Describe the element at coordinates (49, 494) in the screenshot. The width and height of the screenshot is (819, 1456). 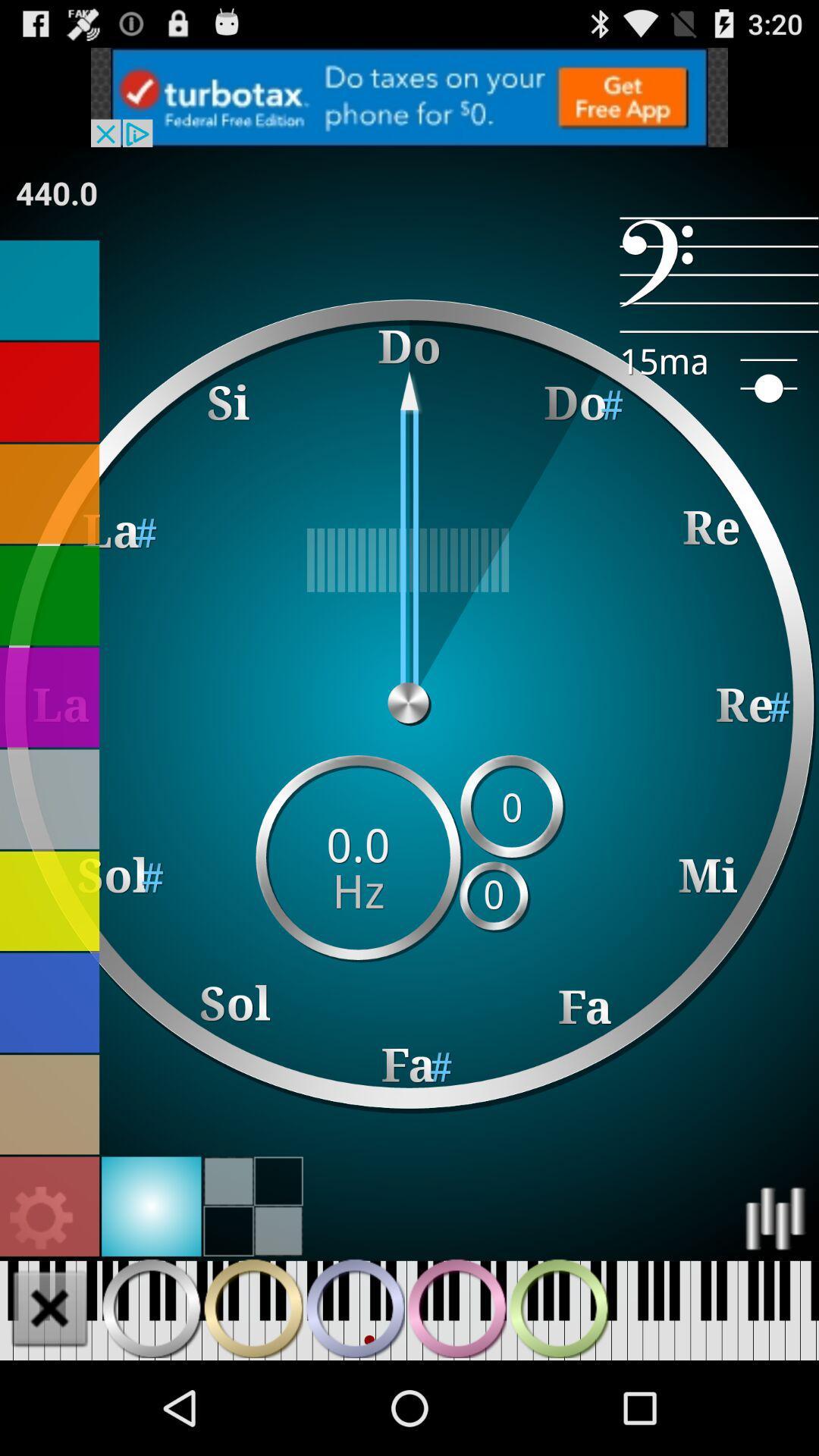
I see `orange color background` at that location.